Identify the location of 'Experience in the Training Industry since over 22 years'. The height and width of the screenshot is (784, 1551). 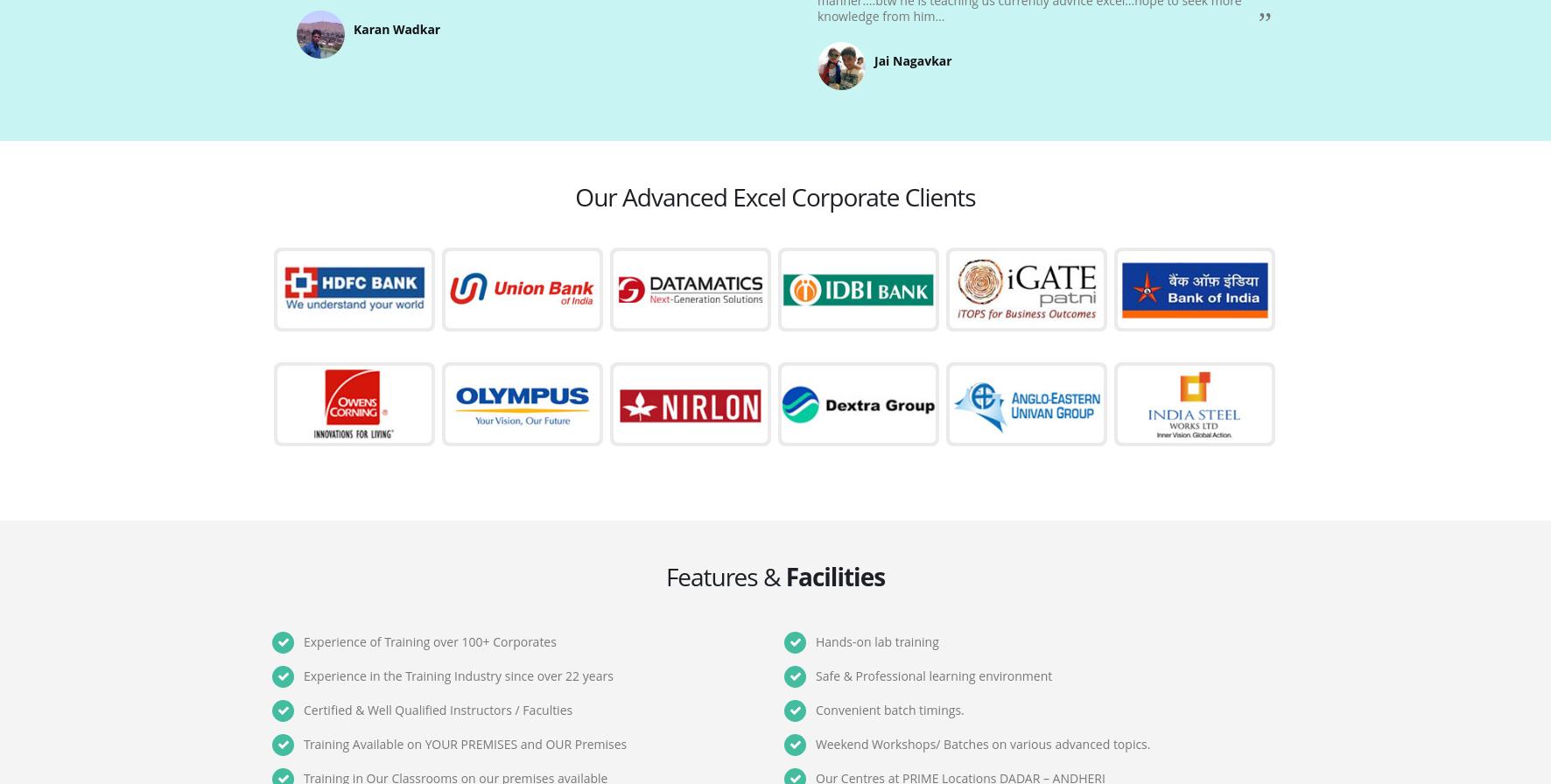
(457, 675).